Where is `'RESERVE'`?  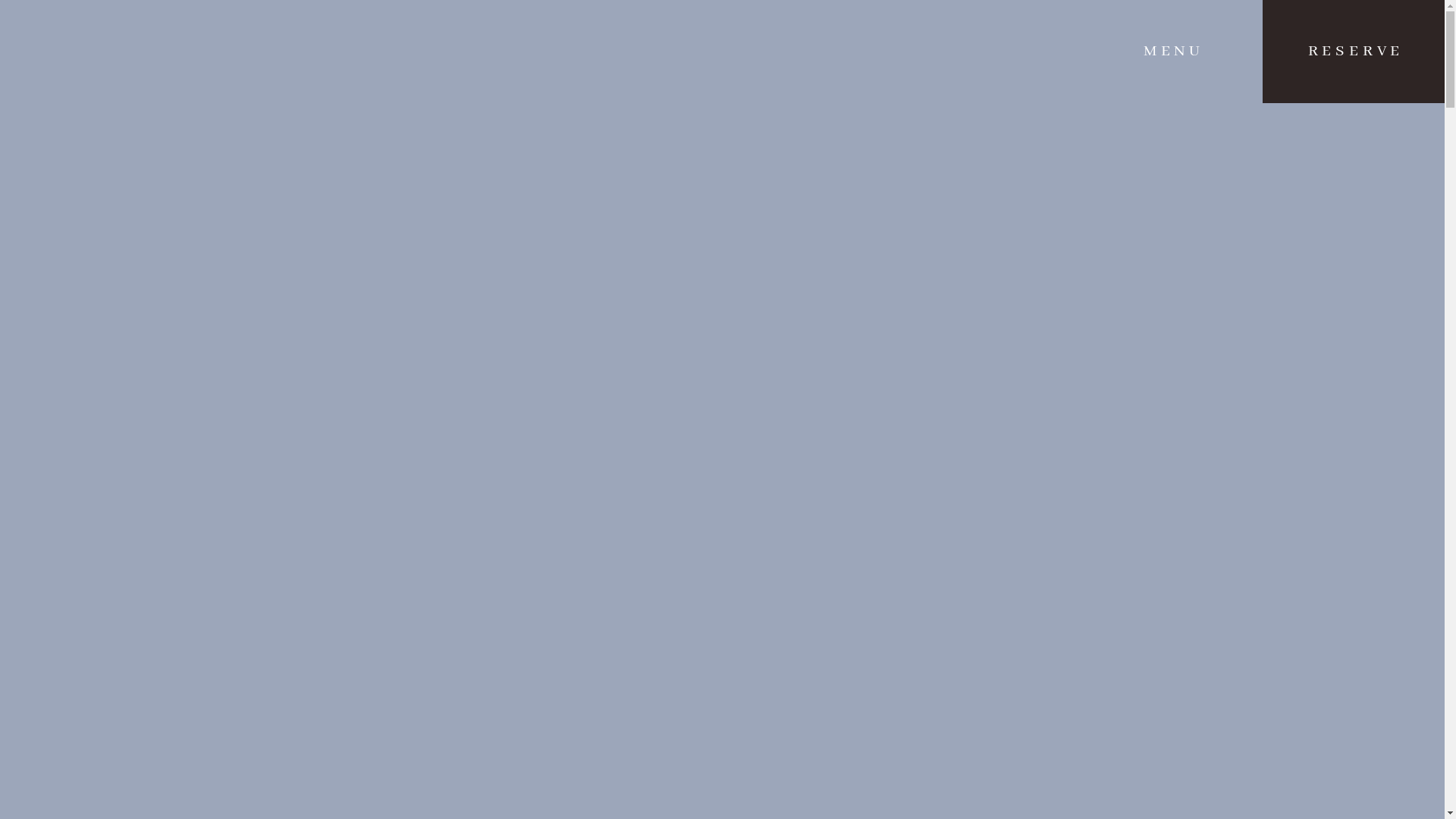
'RESERVE' is located at coordinates (1354, 51).